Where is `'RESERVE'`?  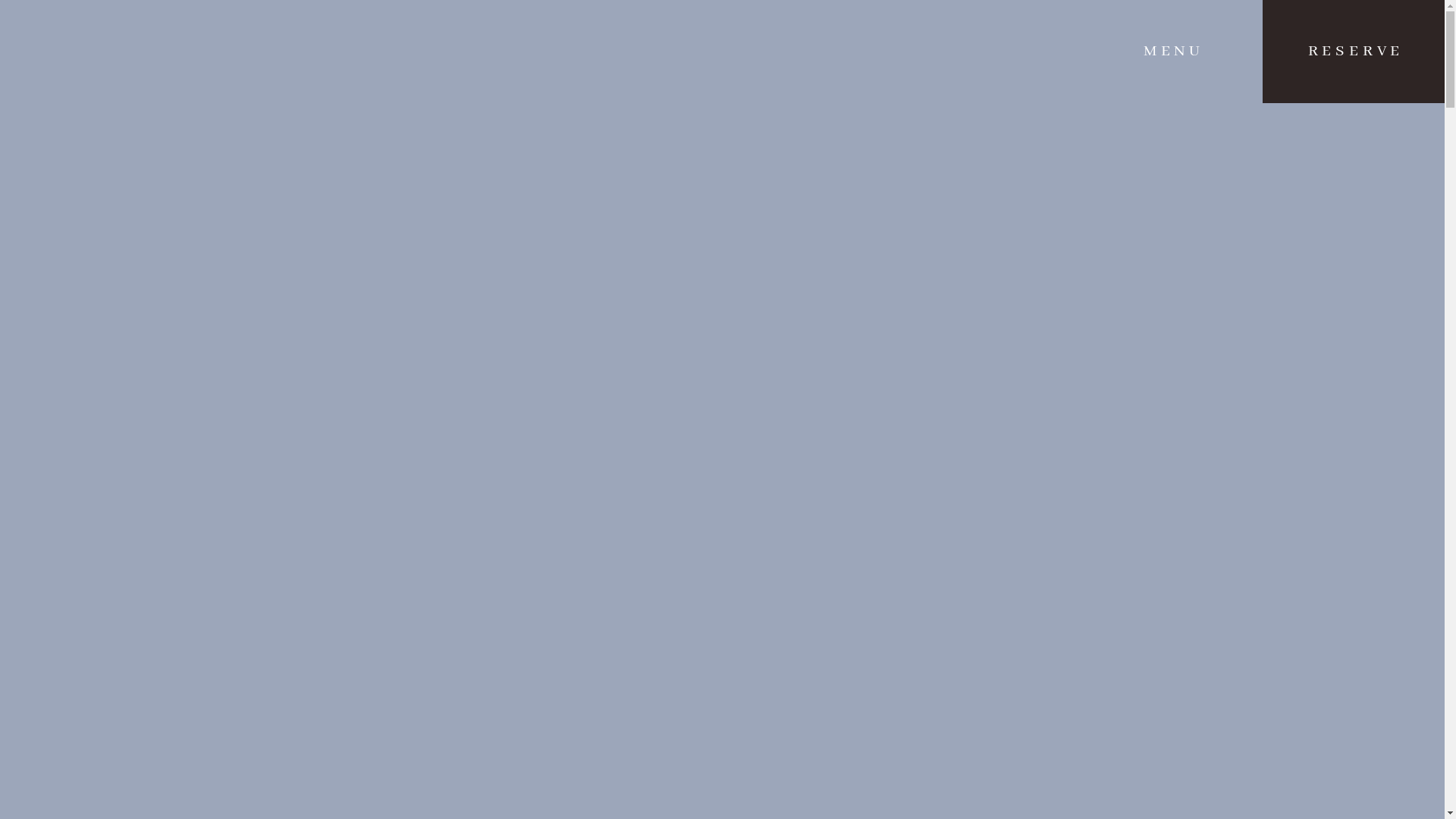
'RESERVE' is located at coordinates (1354, 51).